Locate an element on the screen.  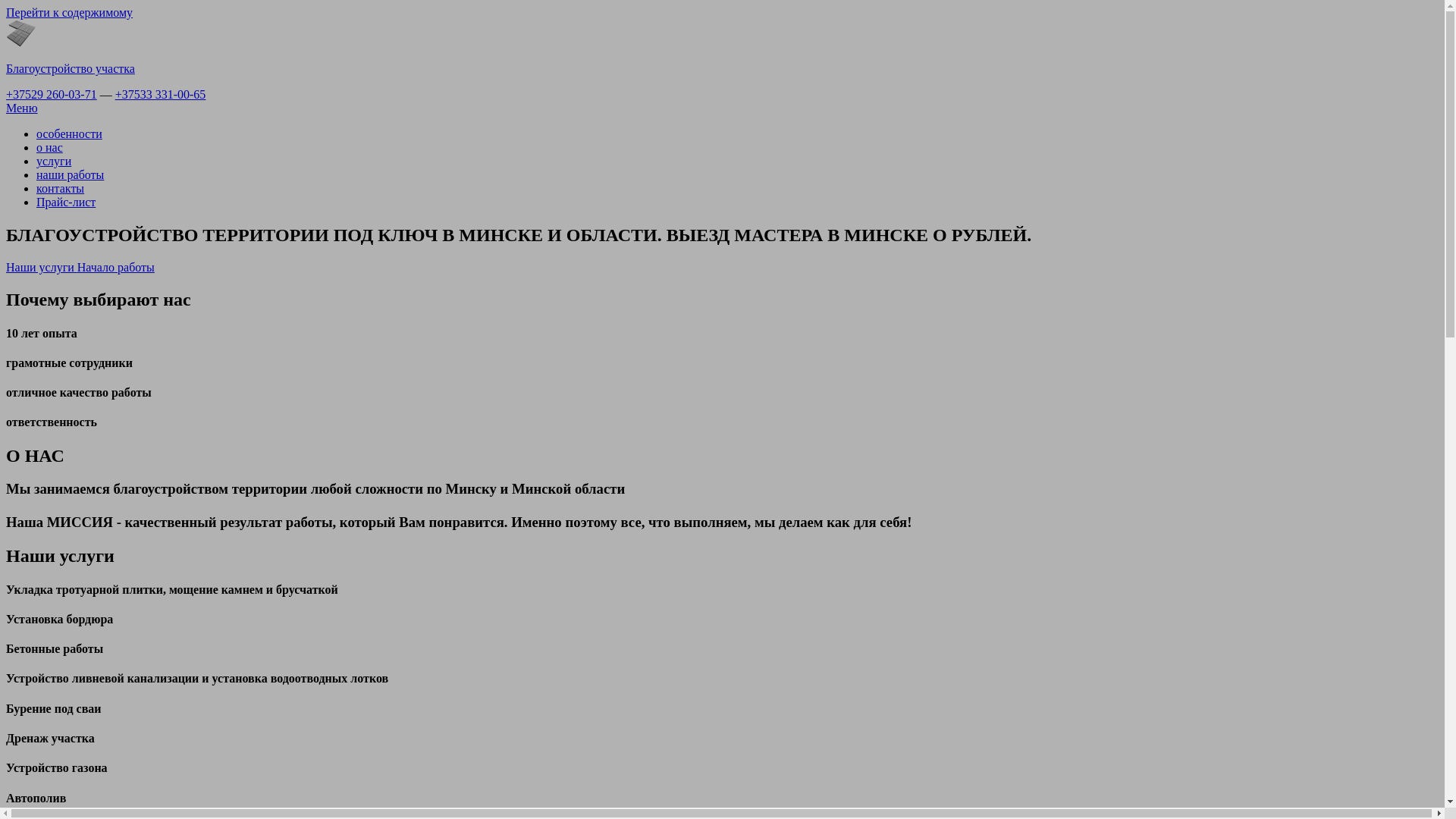
'+37529 260-03-71' is located at coordinates (6, 94).